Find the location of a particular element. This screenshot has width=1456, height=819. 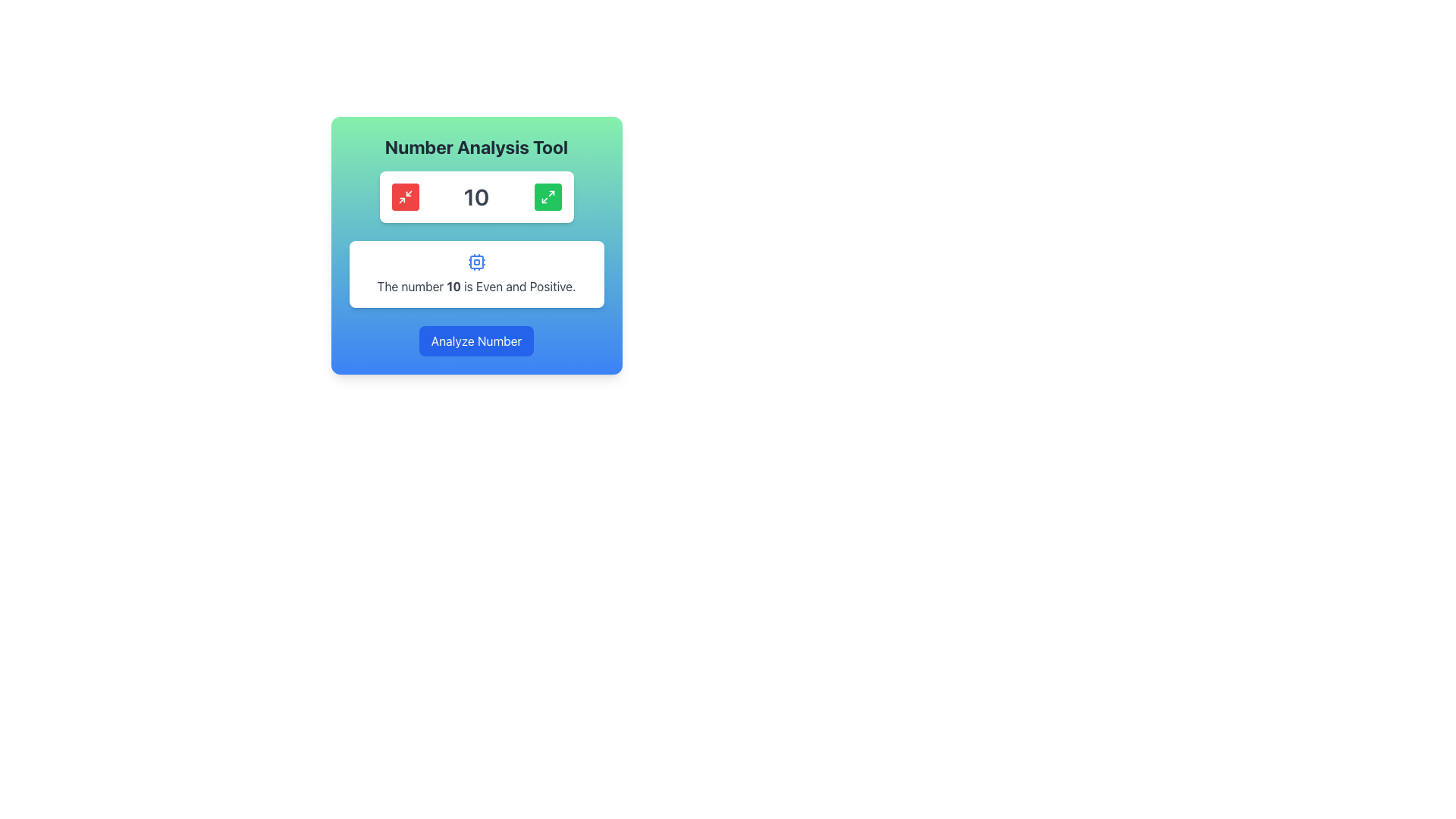

the button located to the right of the number 10, which is part of the green button group at the top center of the main tool, to maximize its functionality is located at coordinates (547, 196).